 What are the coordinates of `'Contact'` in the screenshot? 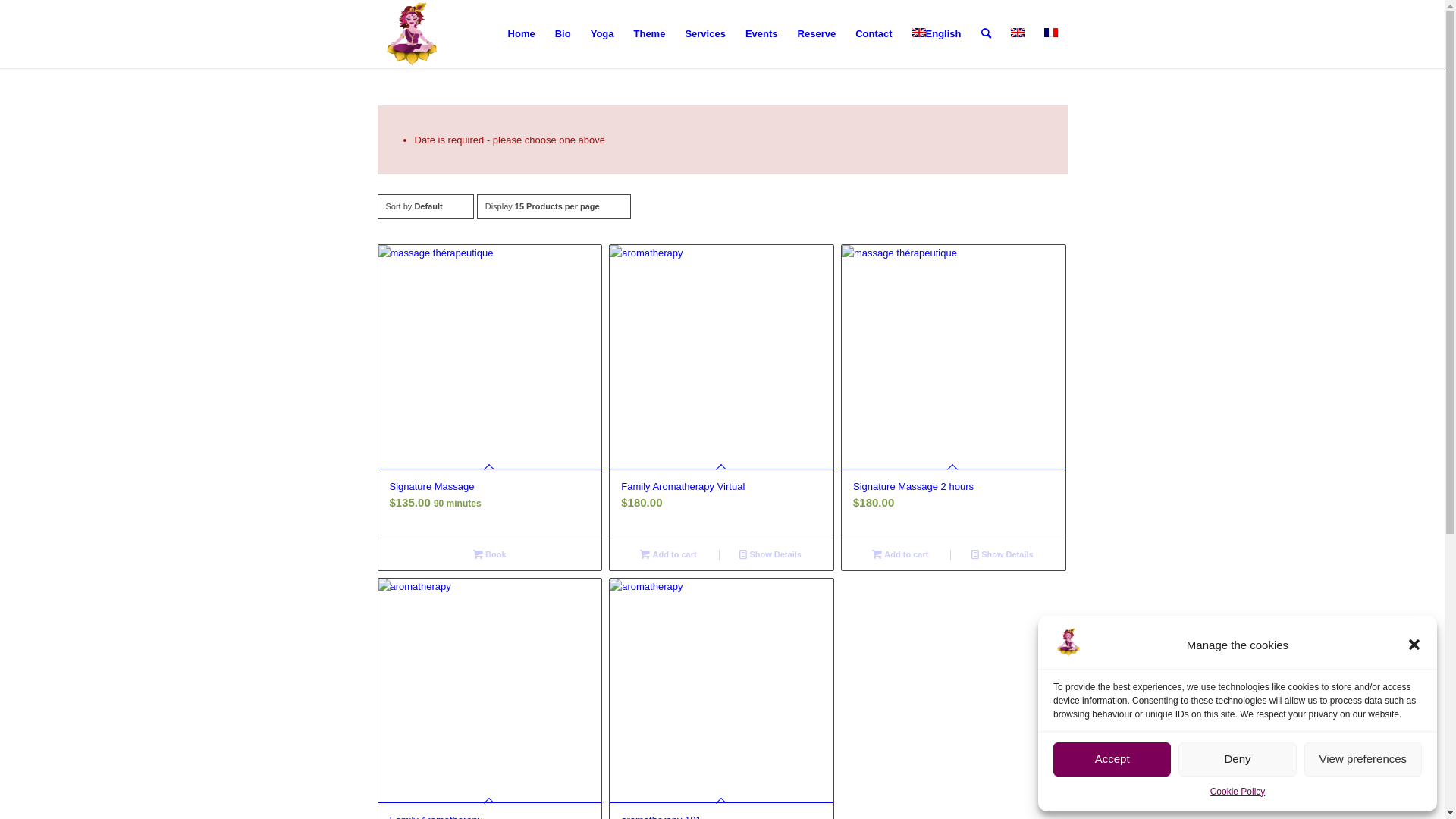 It's located at (874, 34).